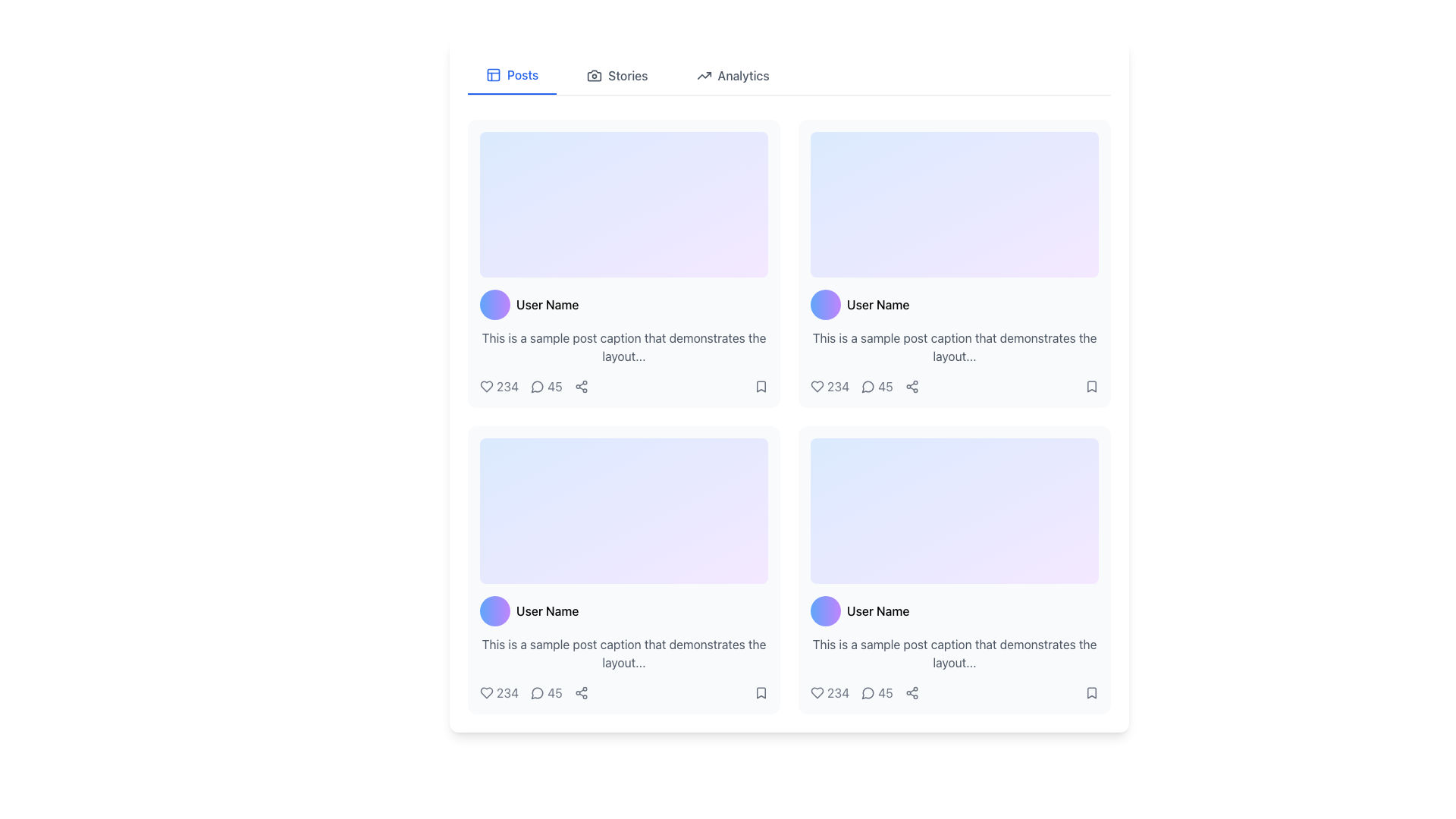 The image size is (1456, 819). I want to click on the interactive icons in the informational display area that shows interaction statistics, located below the sample post caption, so click(623, 385).